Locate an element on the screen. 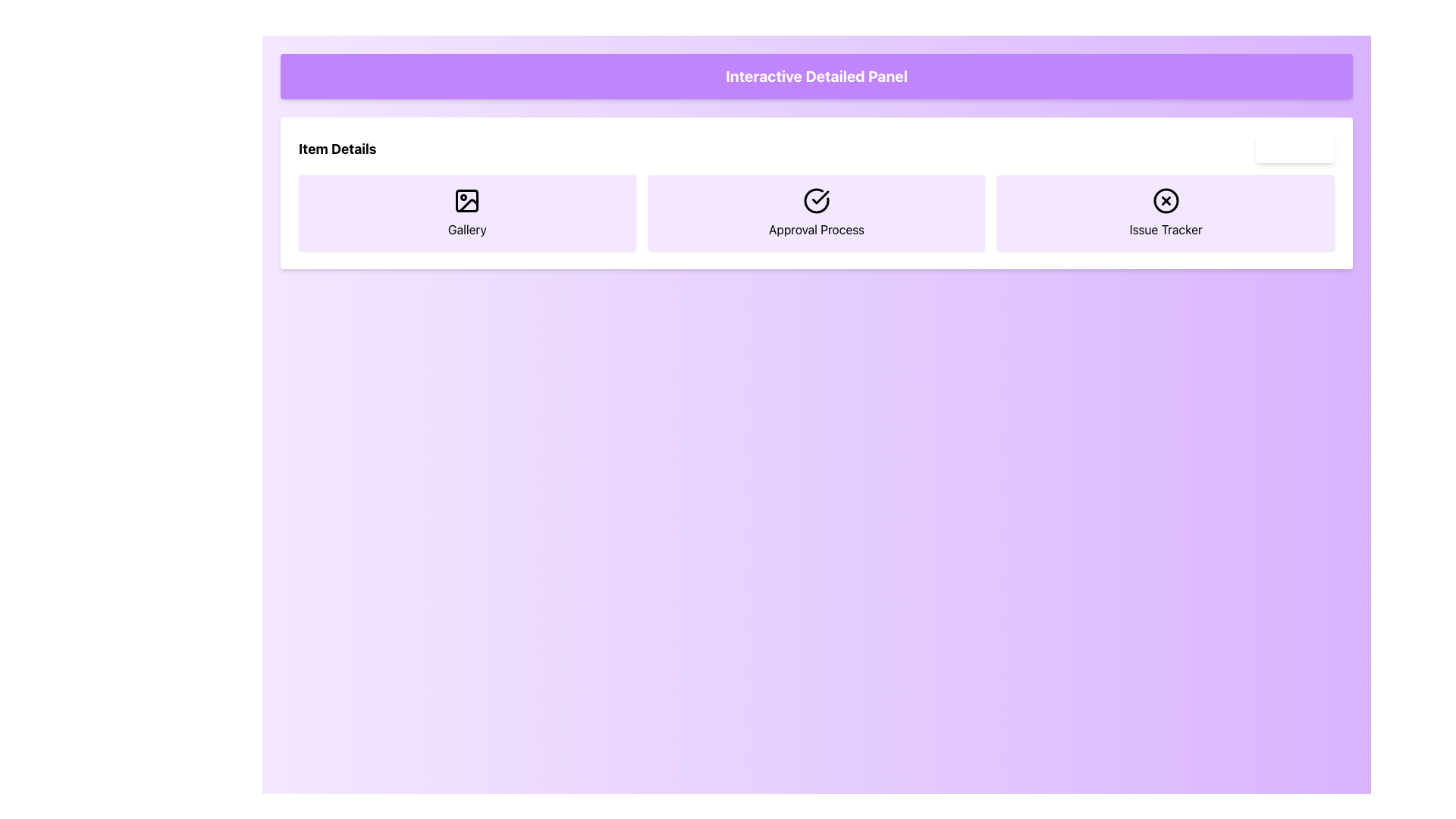 Image resolution: width=1456 pixels, height=819 pixels. the checkmark icon within the 'Approval Process' card in the 'Item Details' section is located at coordinates (820, 196).